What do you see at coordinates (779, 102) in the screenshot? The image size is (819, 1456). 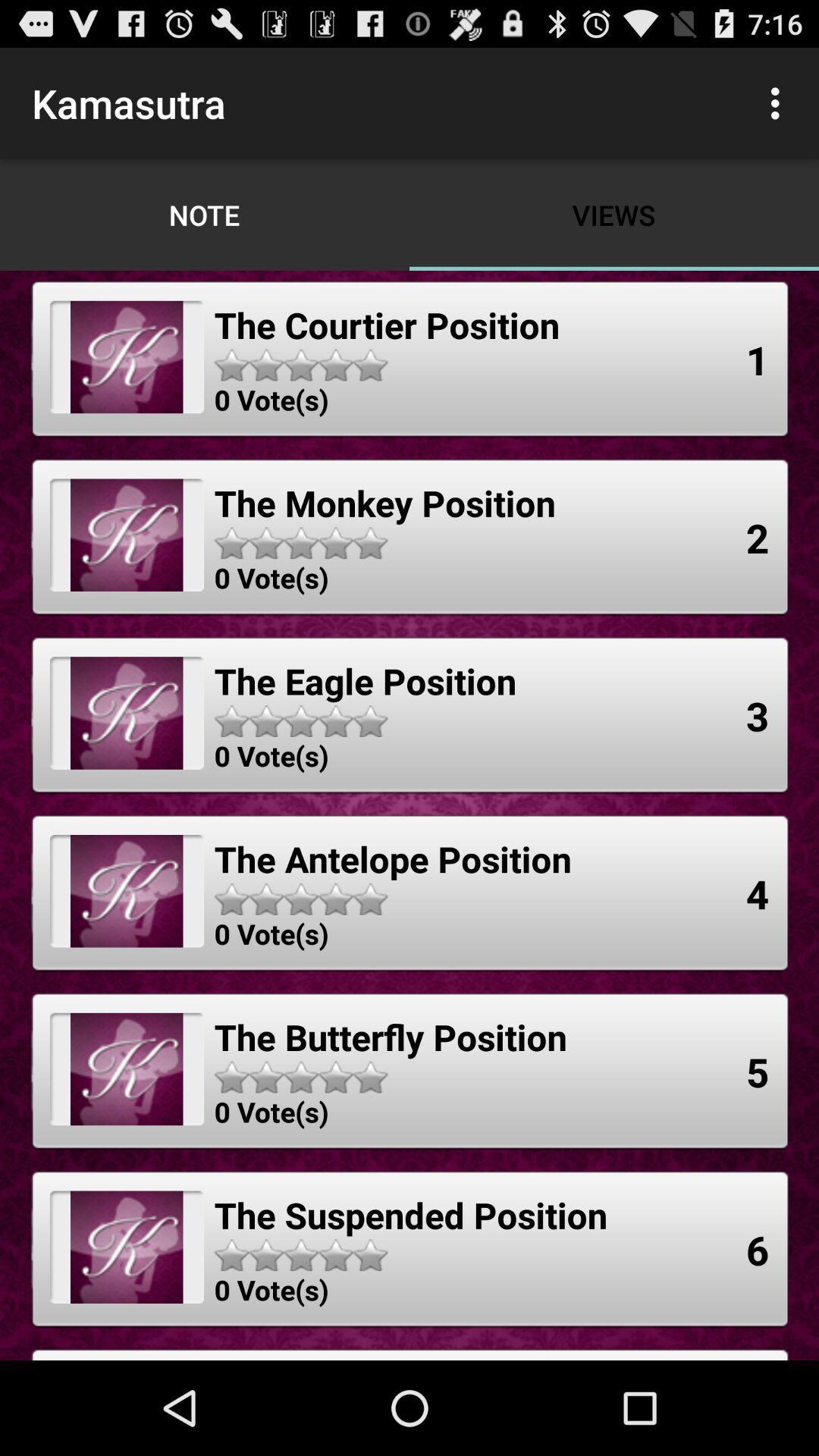 I see `the item next to views item` at bounding box center [779, 102].